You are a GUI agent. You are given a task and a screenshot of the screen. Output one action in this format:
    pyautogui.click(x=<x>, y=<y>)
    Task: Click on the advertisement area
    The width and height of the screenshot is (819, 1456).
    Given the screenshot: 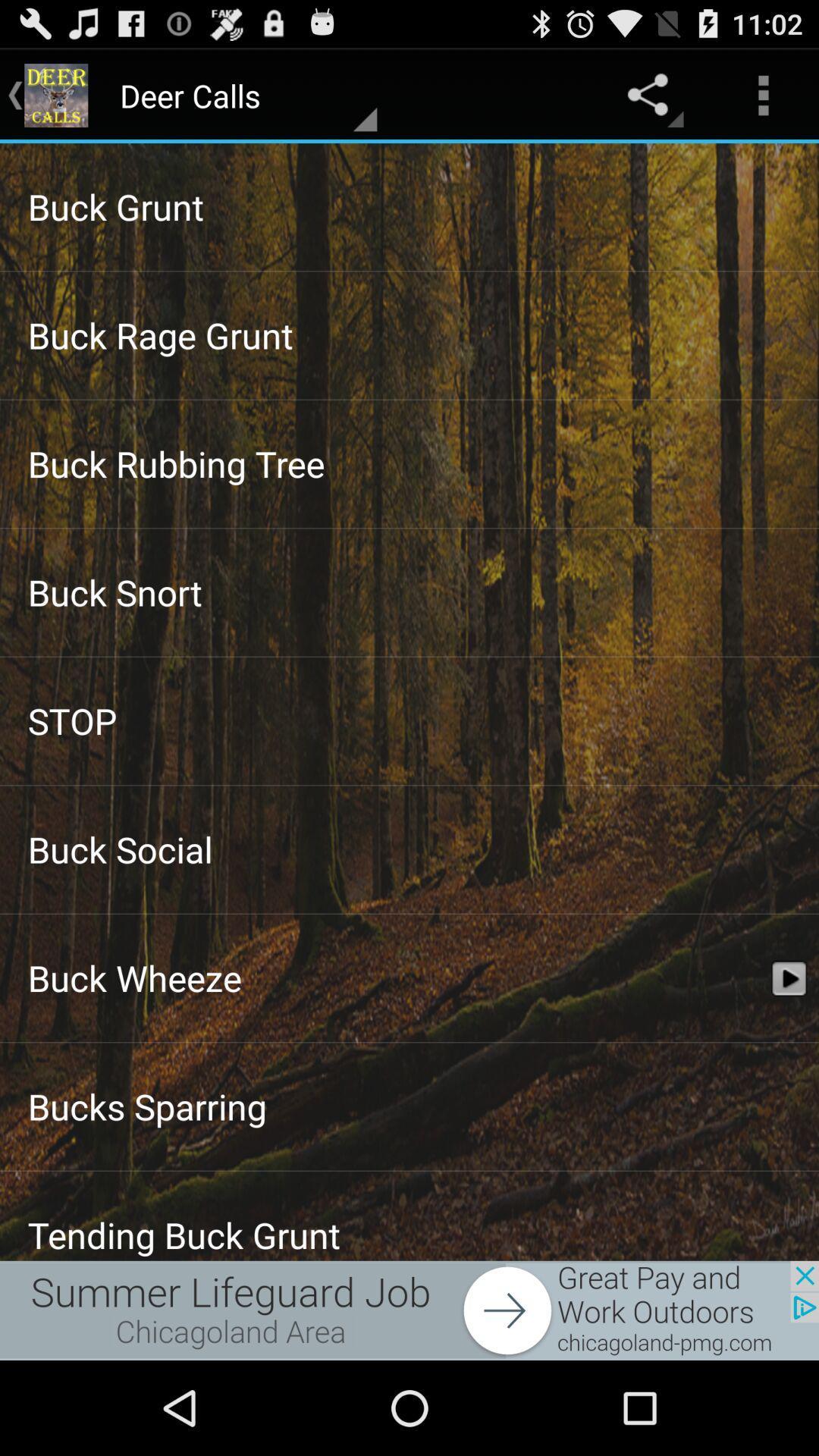 What is the action you would take?
    pyautogui.click(x=409, y=1310)
    